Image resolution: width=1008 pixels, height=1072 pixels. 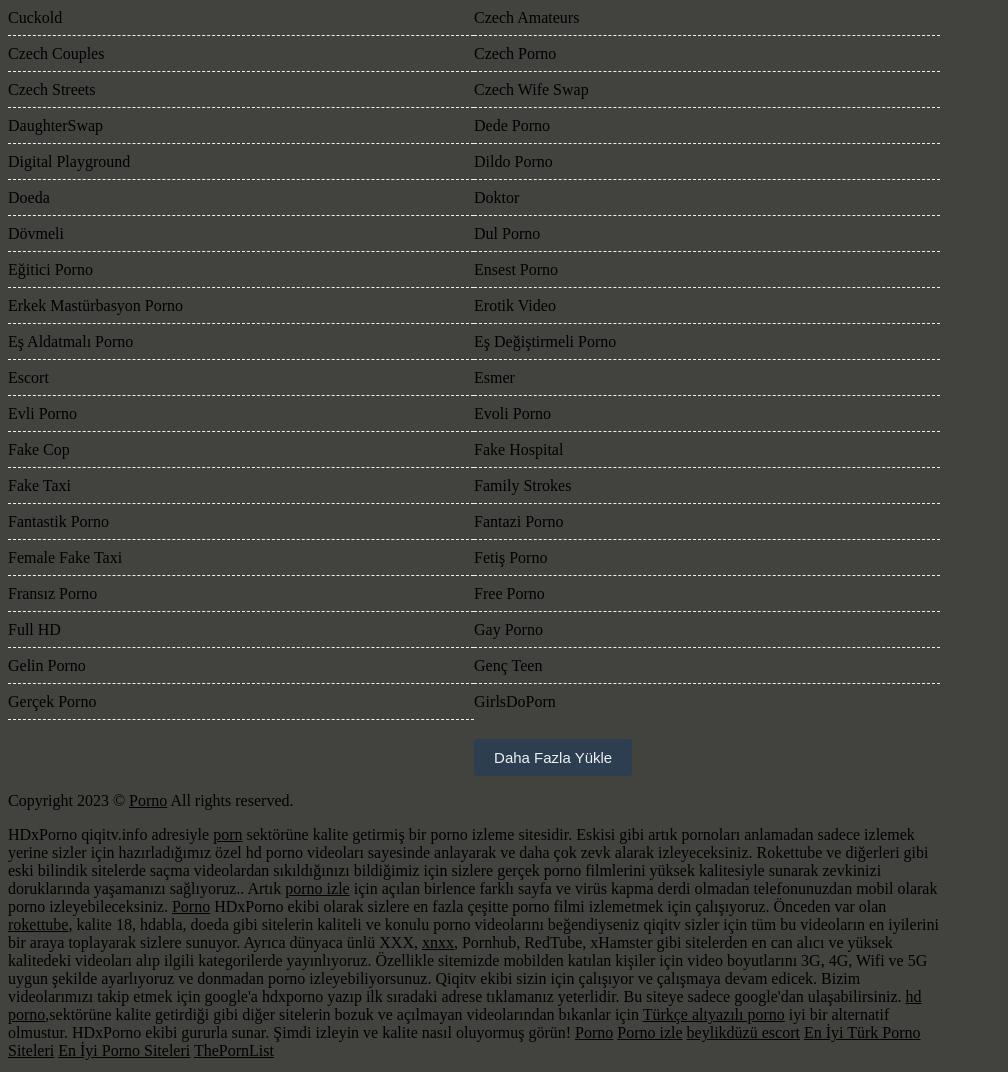 I want to click on 'Copyright 2023 ©', so click(x=68, y=800).